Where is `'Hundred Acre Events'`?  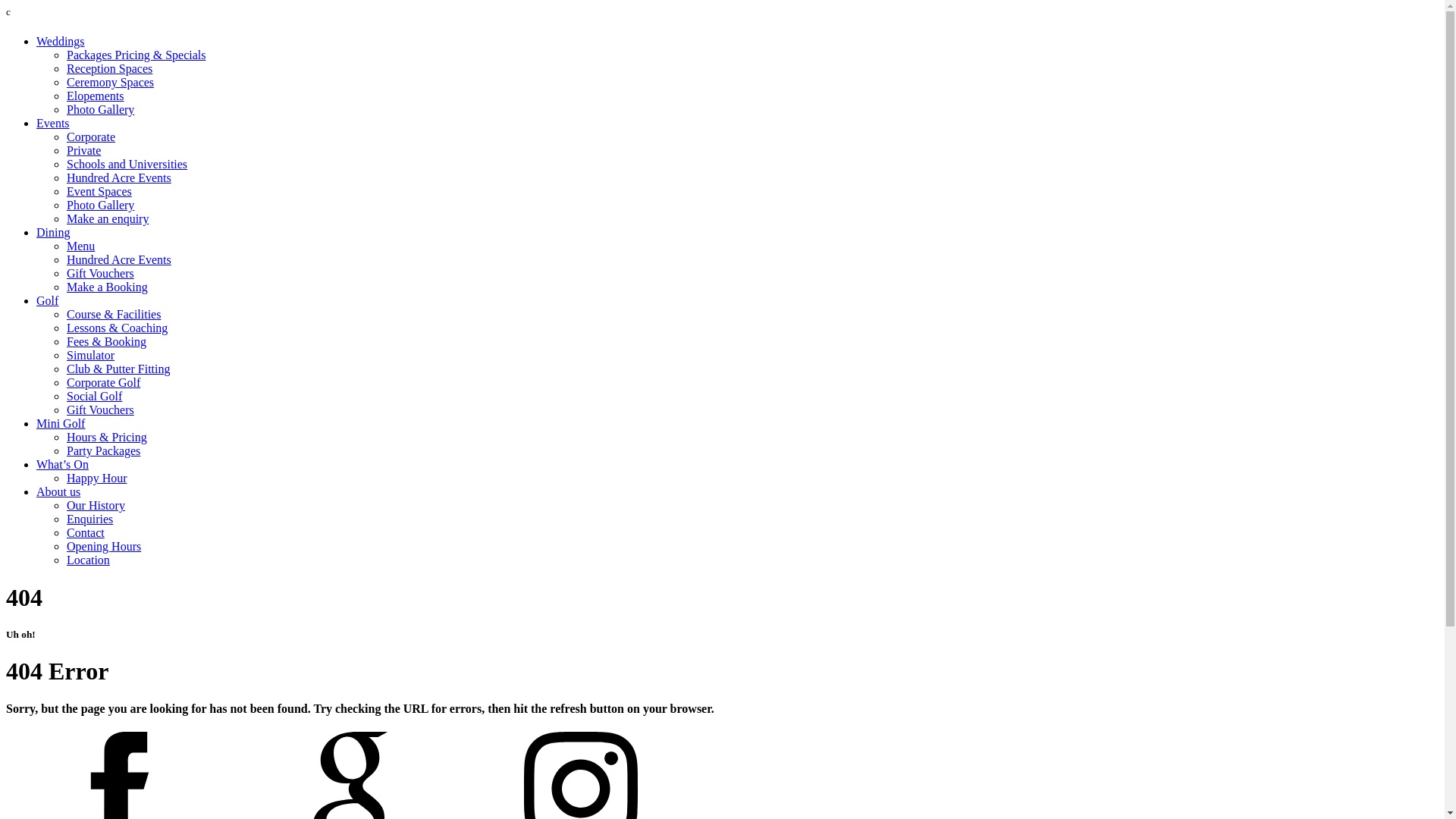
'Hundred Acre Events' is located at coordinates (118, 259).